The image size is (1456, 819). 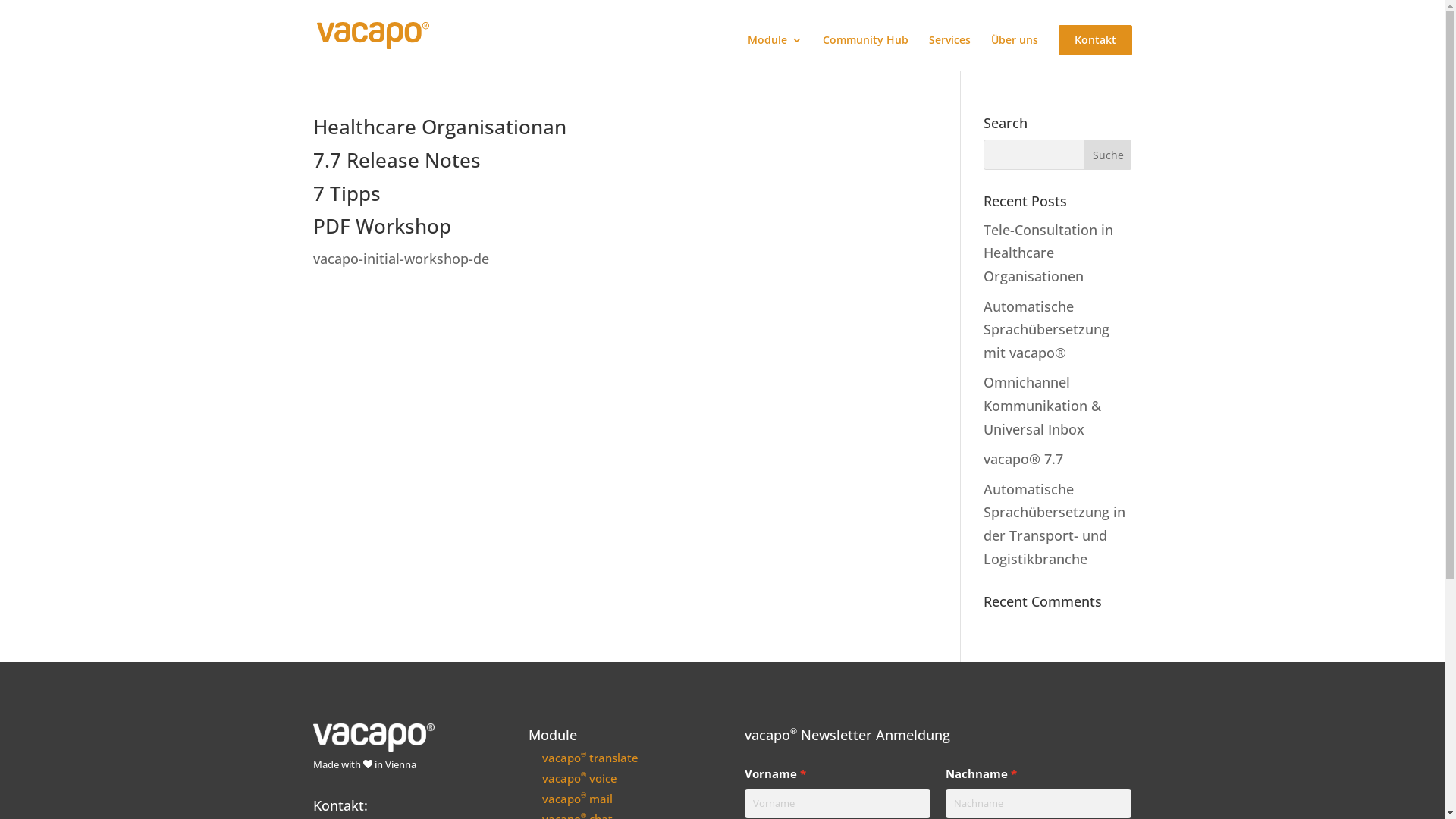 I want to click on 'Module', so click(x=747, y=52).